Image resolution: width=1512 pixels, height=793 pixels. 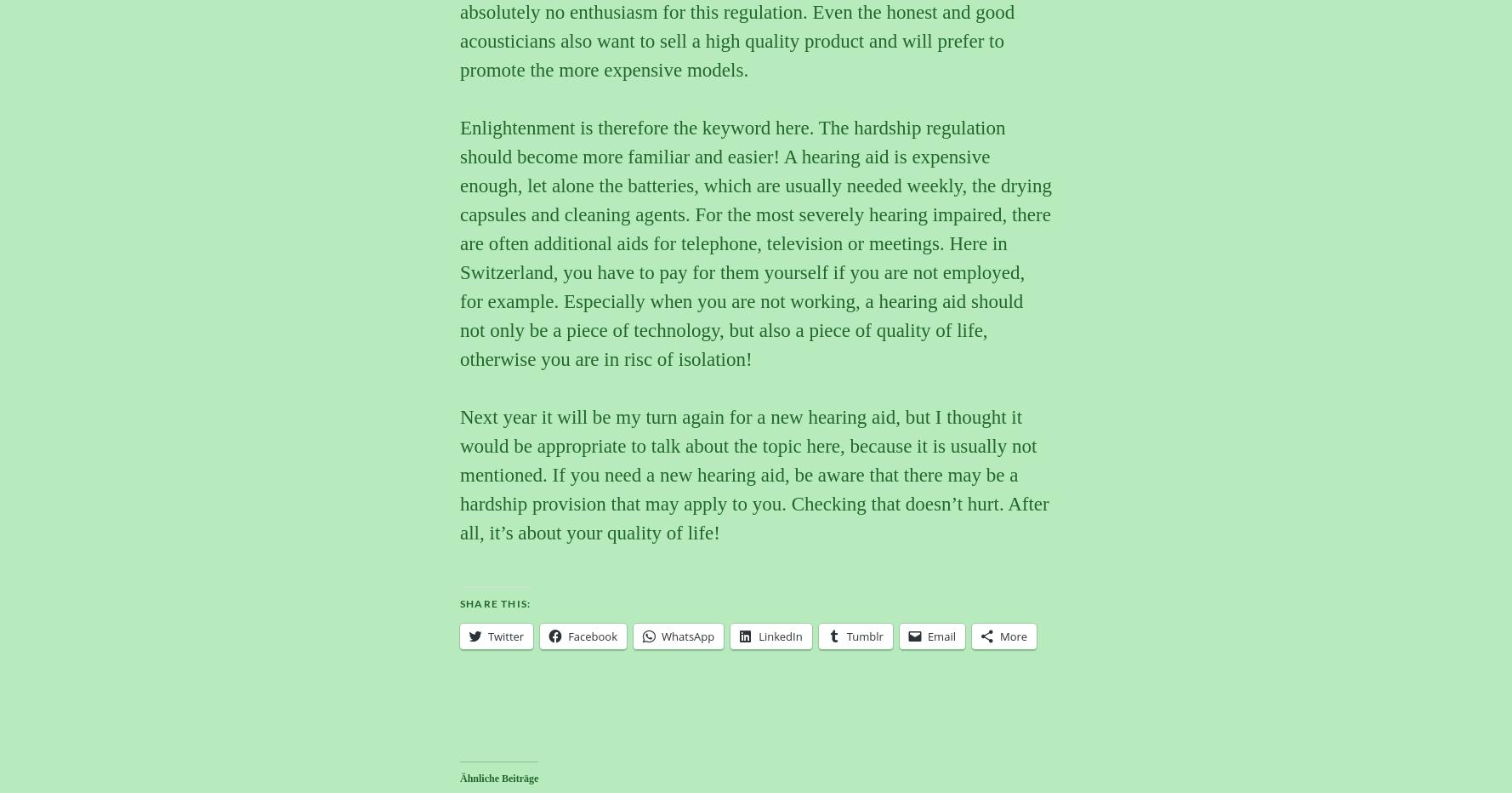 What do you see at coordinates (925, 634) in the screenshot?
I see `'Email'` at bounding box center [925, 634].